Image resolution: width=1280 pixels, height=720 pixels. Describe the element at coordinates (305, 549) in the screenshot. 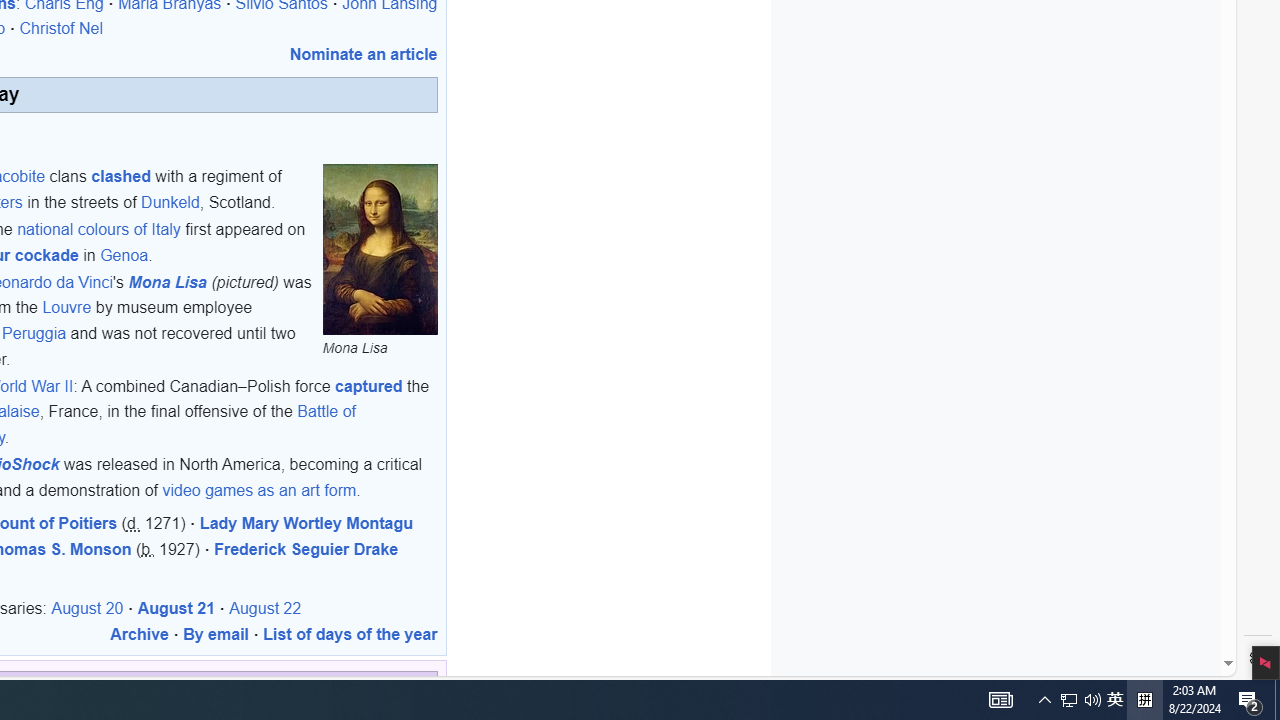

I see `'Frederick Seguier Drake'` at that location.